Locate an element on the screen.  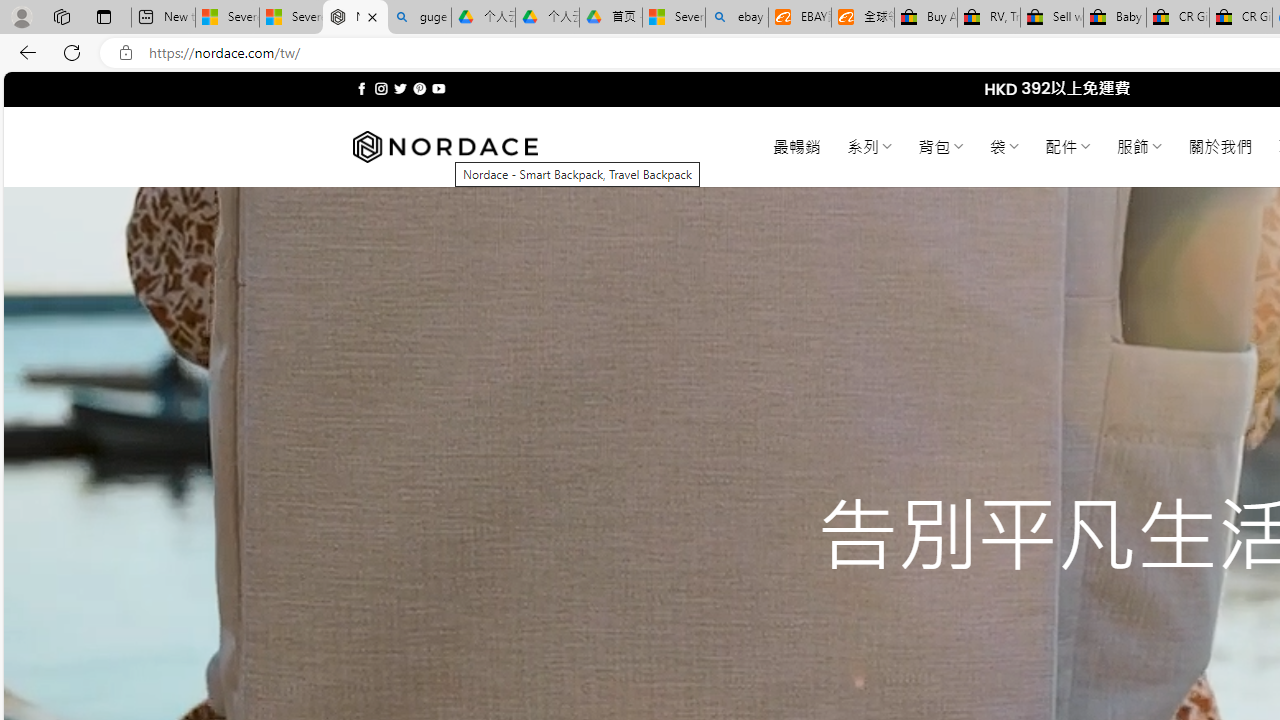
'Follow on Instagram' is located at coordinates (381, 88).